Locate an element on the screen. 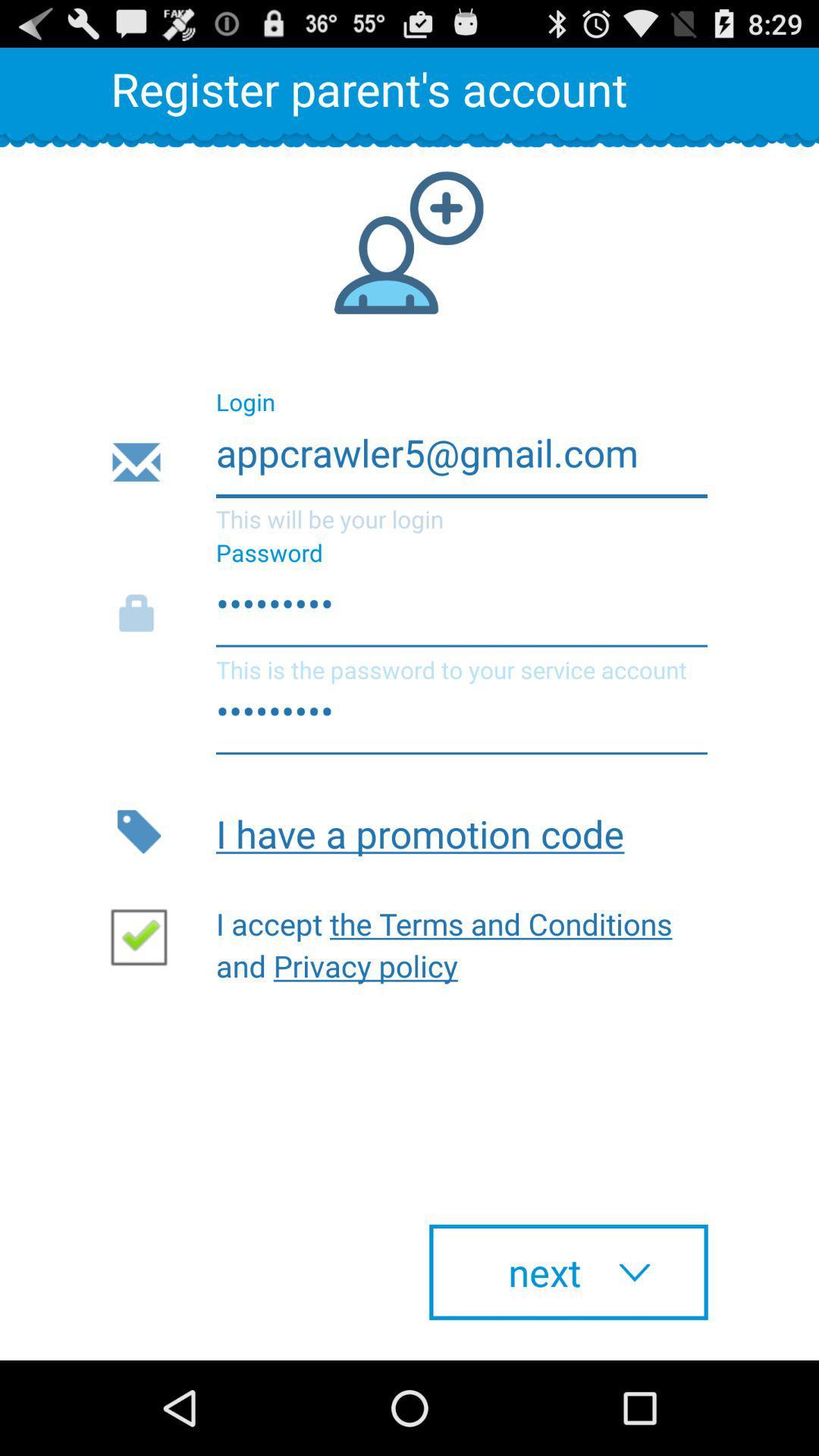  i accept the is located at coordinates (450, 940).